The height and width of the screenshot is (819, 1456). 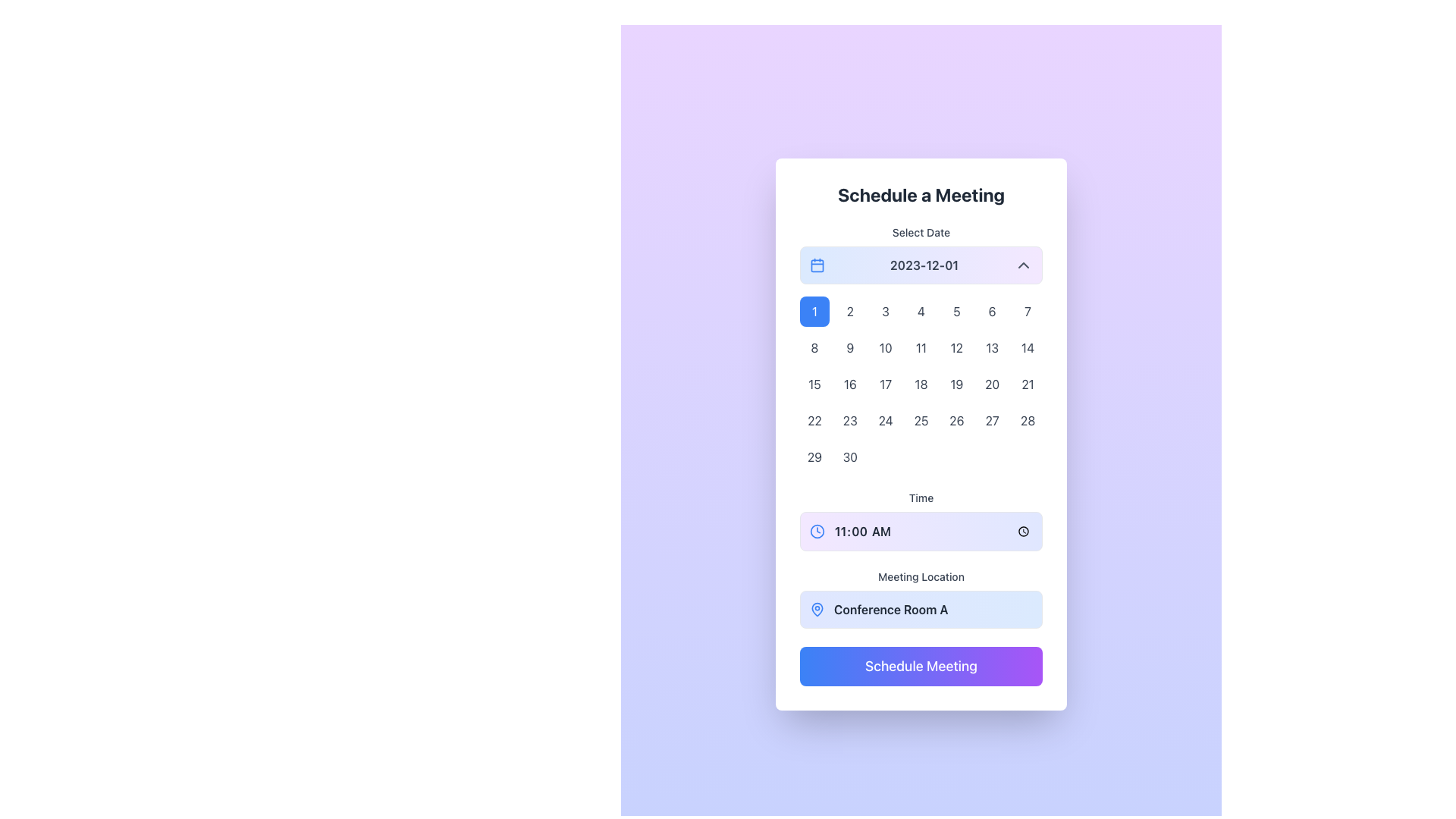 What do you see at coordinates (955, 311) in the screenshot?
I see `the rounded square button labeled '5' in the date selector grid` at bounding box center [955, 311].